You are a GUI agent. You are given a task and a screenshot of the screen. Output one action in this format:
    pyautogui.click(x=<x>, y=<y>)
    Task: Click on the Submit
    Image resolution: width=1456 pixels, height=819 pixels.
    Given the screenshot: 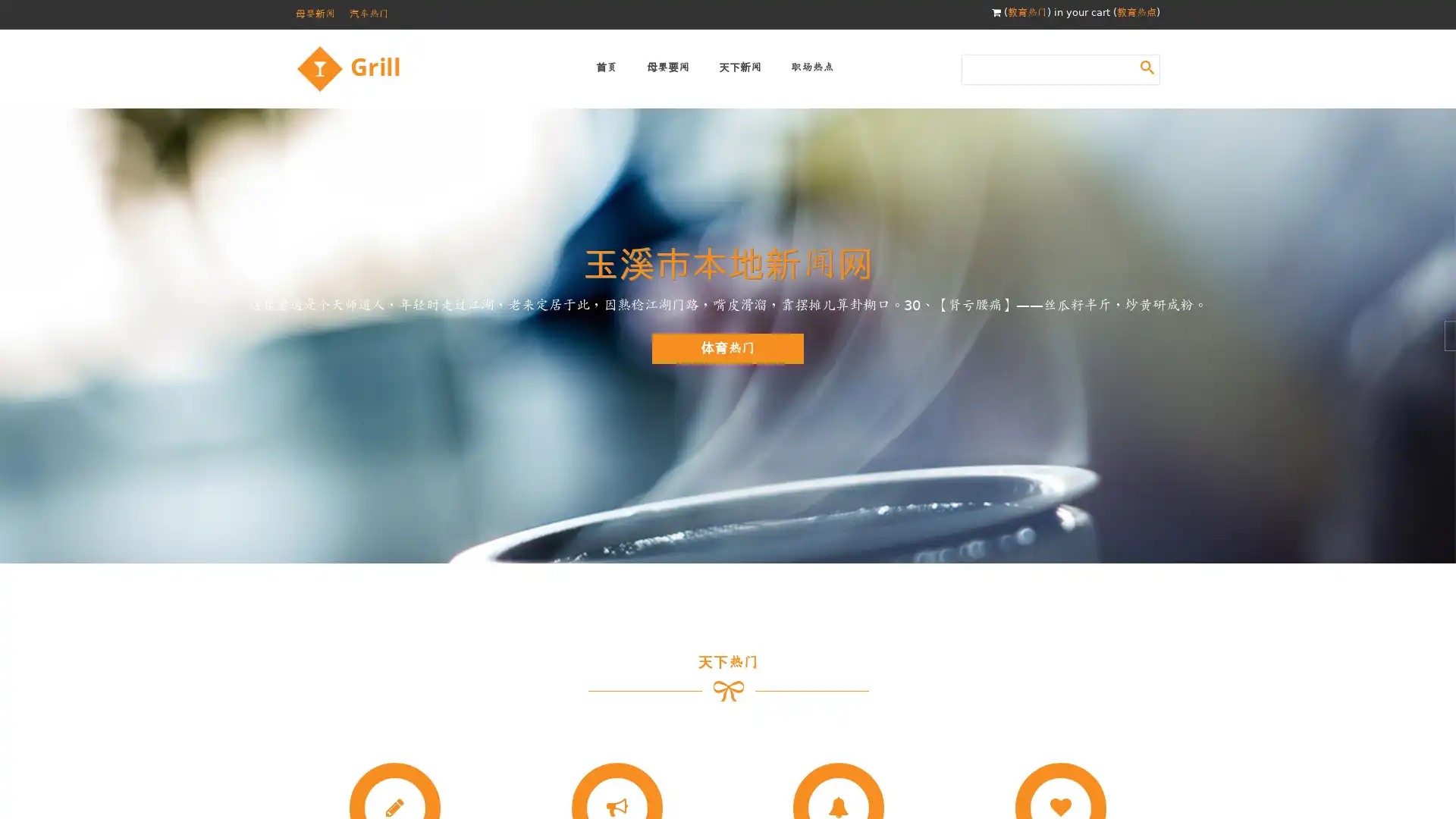 What is the action you would take?
    pyautogui.click(x=1147, y=66)
    